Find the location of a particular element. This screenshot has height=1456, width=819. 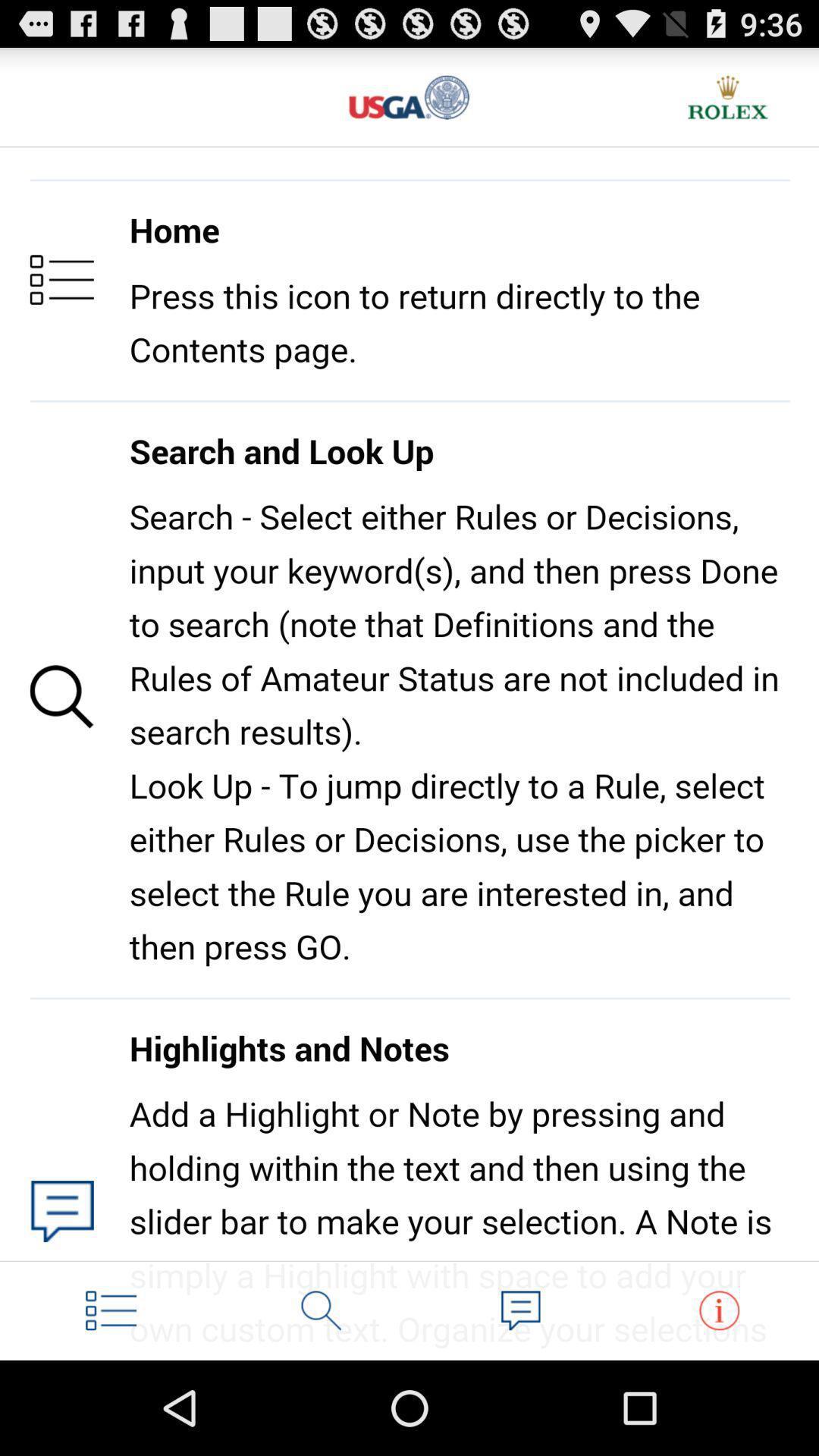

the icon at the top right corner is located at coordinates (727, 96).